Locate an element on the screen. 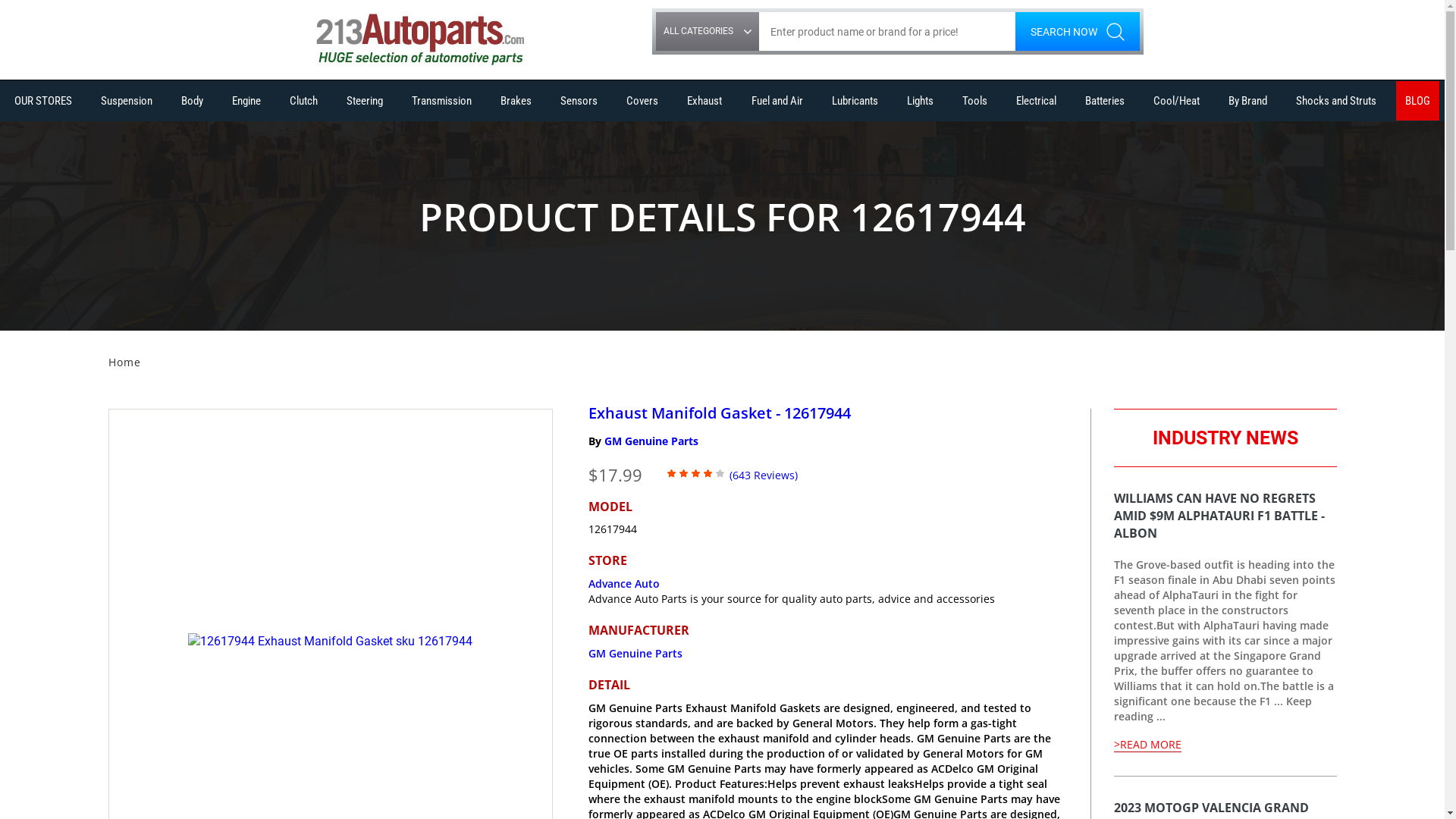  'Search now' is located at coordinates (1076, 31).